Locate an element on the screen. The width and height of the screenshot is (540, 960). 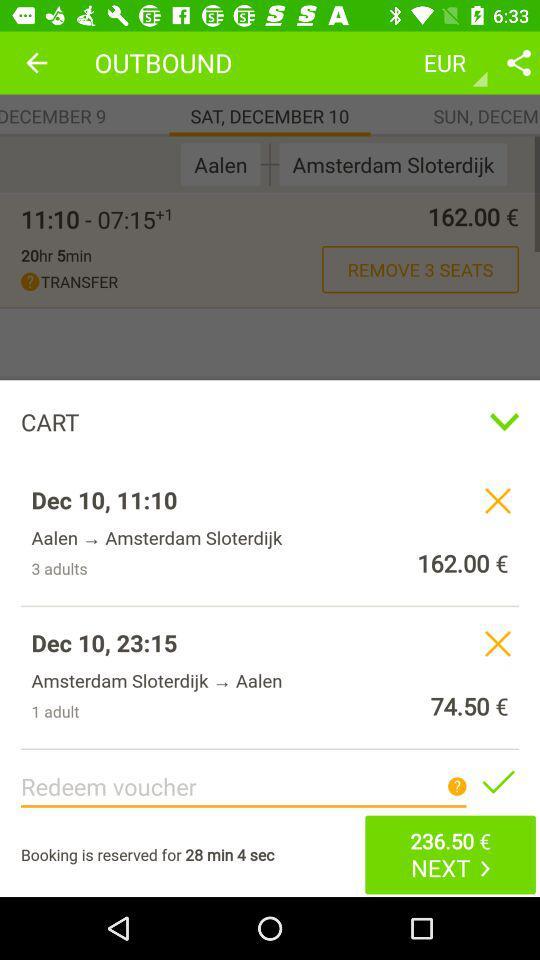
close is located at coordinates (496, 642).